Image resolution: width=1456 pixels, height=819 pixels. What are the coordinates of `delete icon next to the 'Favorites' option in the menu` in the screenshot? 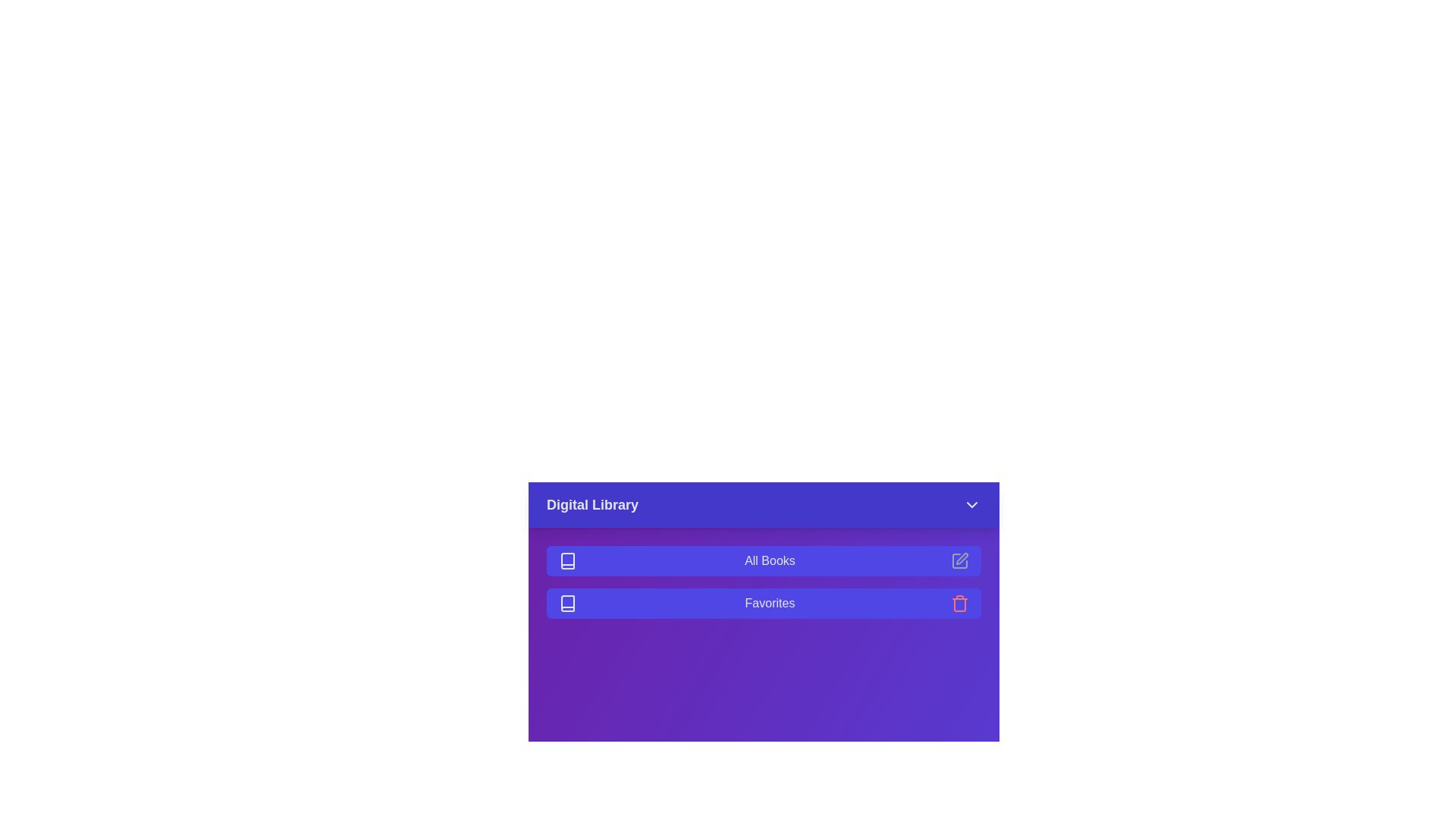 It's located at (959, 602).